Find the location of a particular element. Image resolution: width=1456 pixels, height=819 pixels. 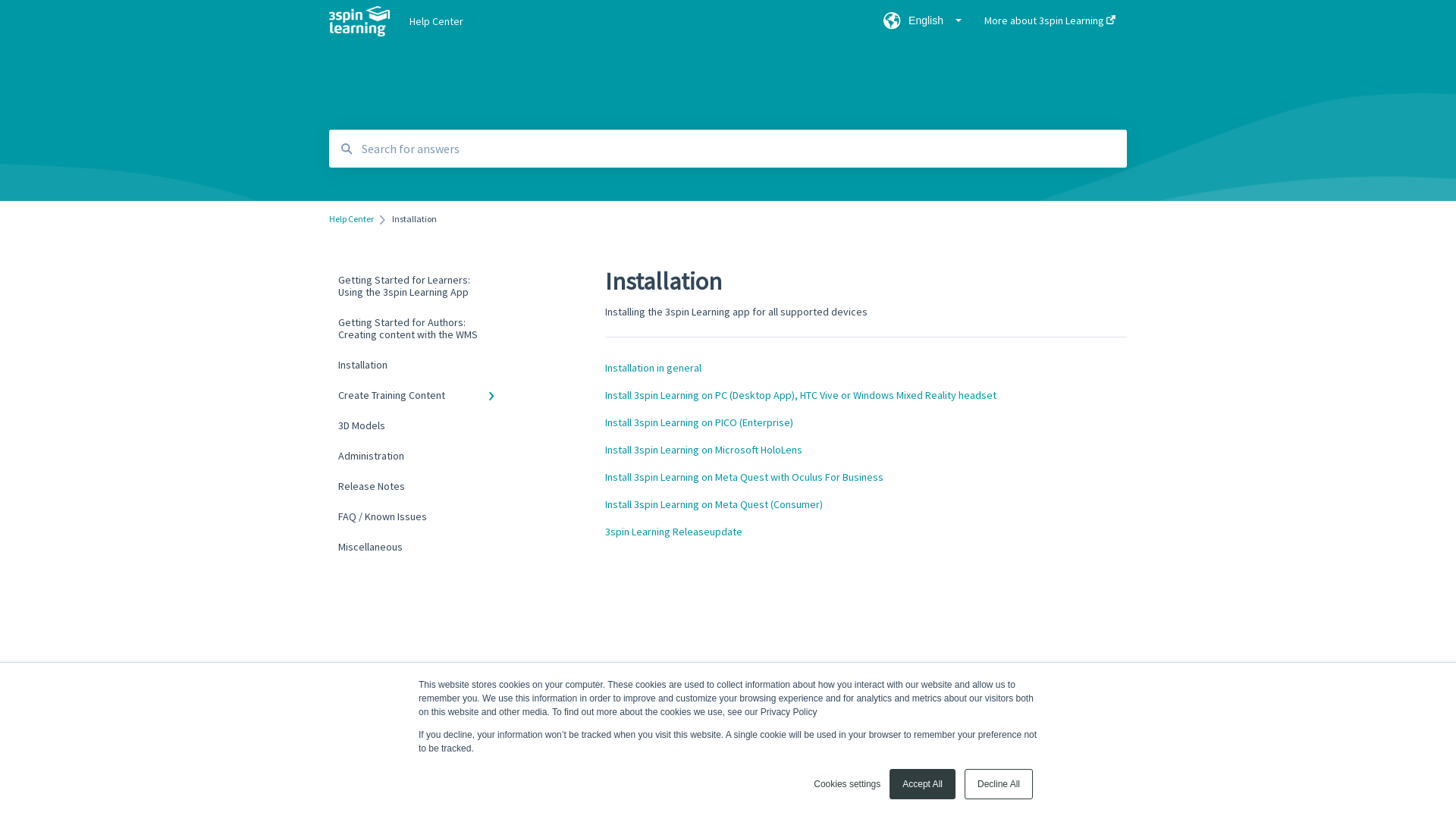

'Miscellaneous' is located at coordinates (328, 547).